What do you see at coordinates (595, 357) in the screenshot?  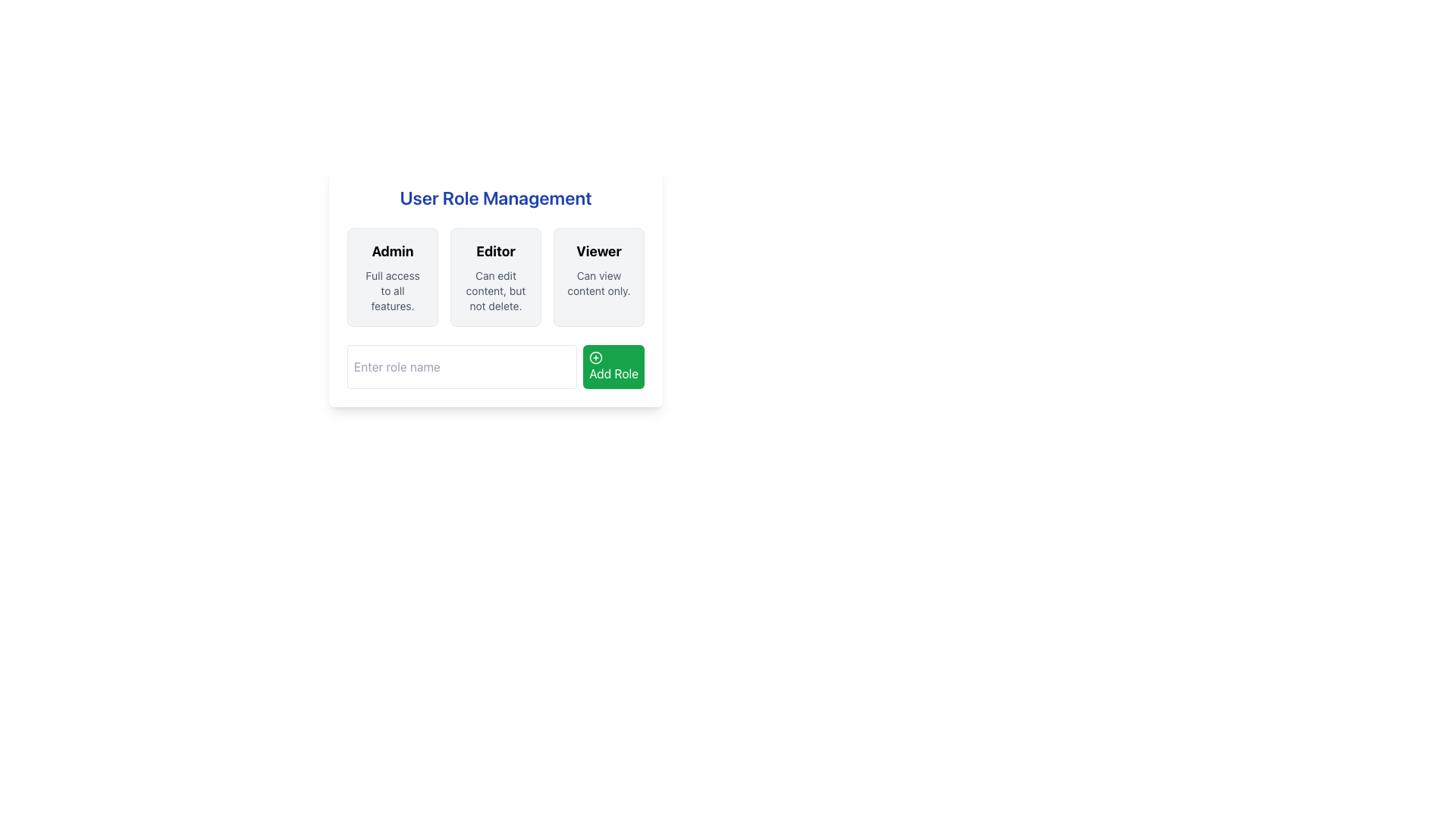 I see `the 'Add Role' button icon located in the lower right corner of the main form interface` at bounding box center [595, 357].